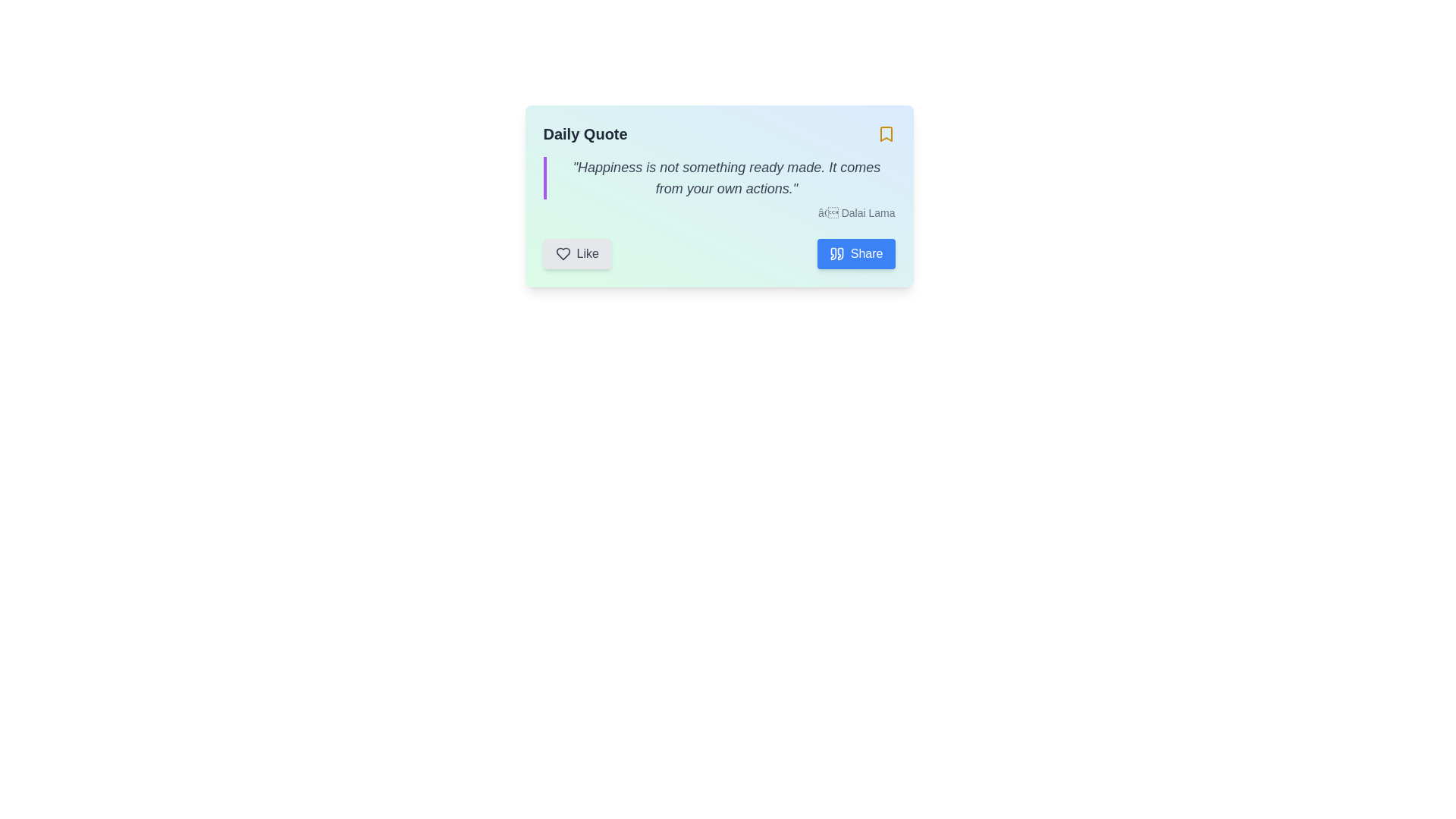 Image resolution: width=1456 pixels, height=819 pixels. What do you see at coordinates (562, 253) in the screenshot?
I see `the outlined heart icon within the 'Like' button located below the quote card` at bounding box center [562, 253].